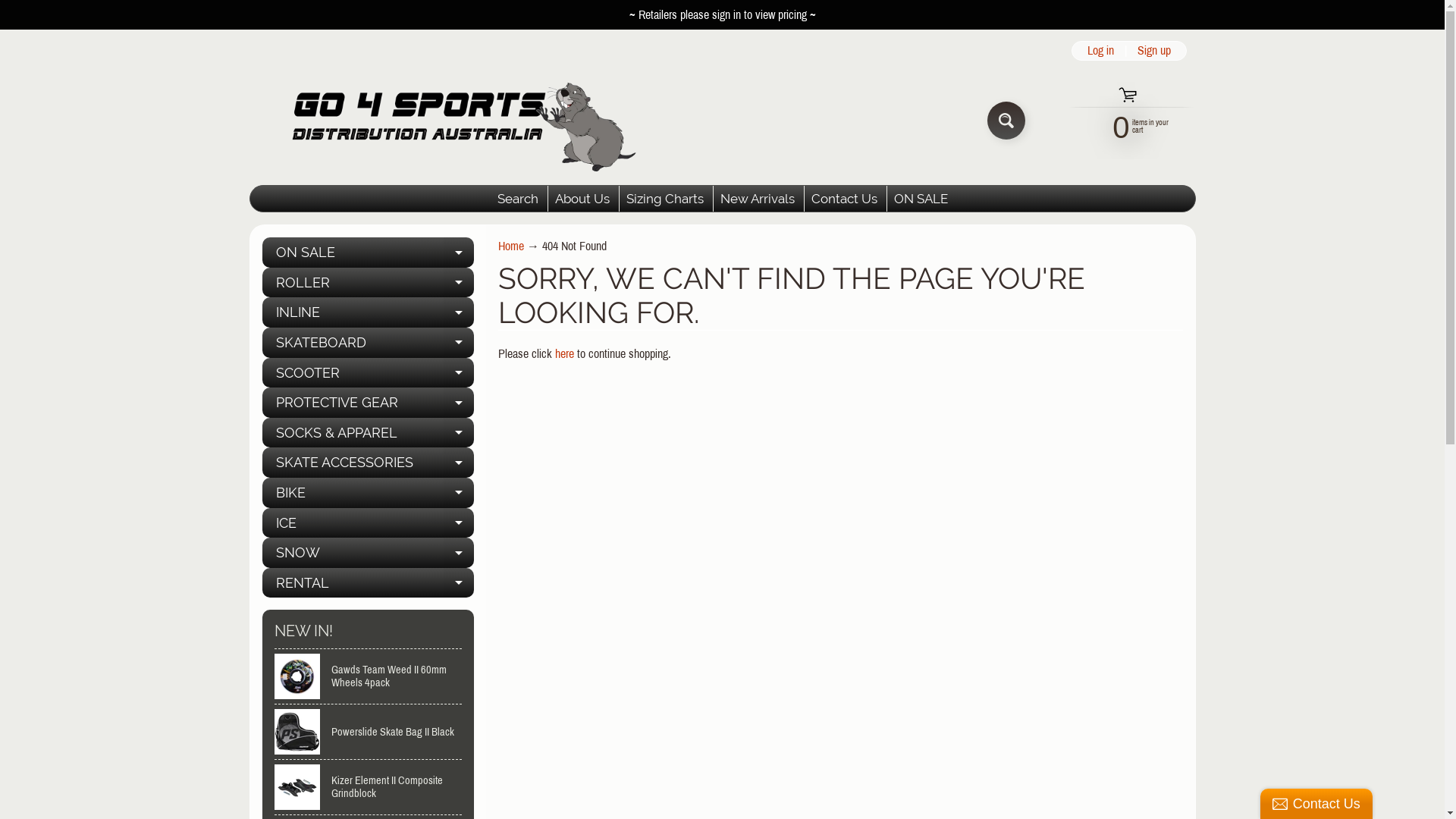 The width and height of the screenshot is (1456, 819). What do you see at coordinates (1079, 49) in the screenshot?
I see `'Log in'` at bounding box center [1079, 49].